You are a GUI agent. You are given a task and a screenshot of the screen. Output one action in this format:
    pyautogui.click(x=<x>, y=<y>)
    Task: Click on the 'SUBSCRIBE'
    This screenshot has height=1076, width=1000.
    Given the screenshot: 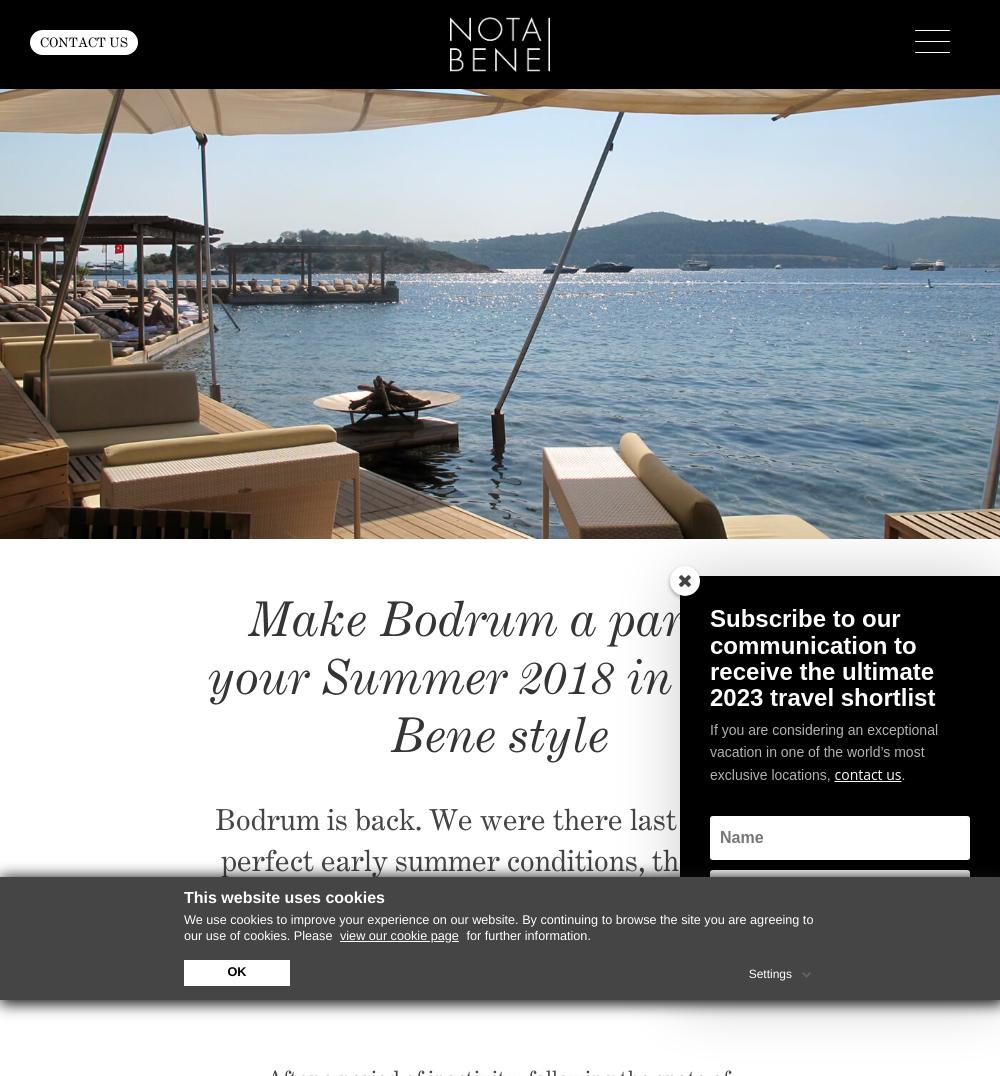 What is the action you would take?
    pyautogui.click(x=838, y=942)
    